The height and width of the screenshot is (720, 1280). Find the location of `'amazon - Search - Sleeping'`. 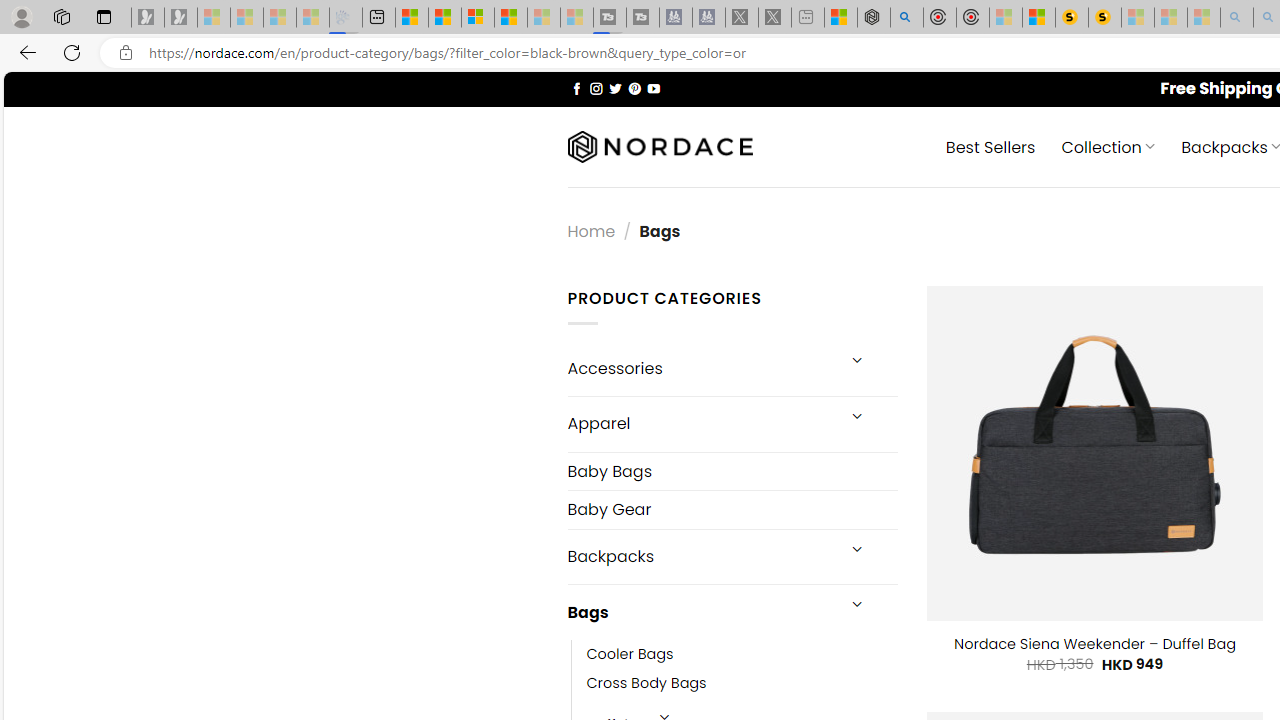

'amazon - Search - Sleeping' is located at coordinates (1236, 17).